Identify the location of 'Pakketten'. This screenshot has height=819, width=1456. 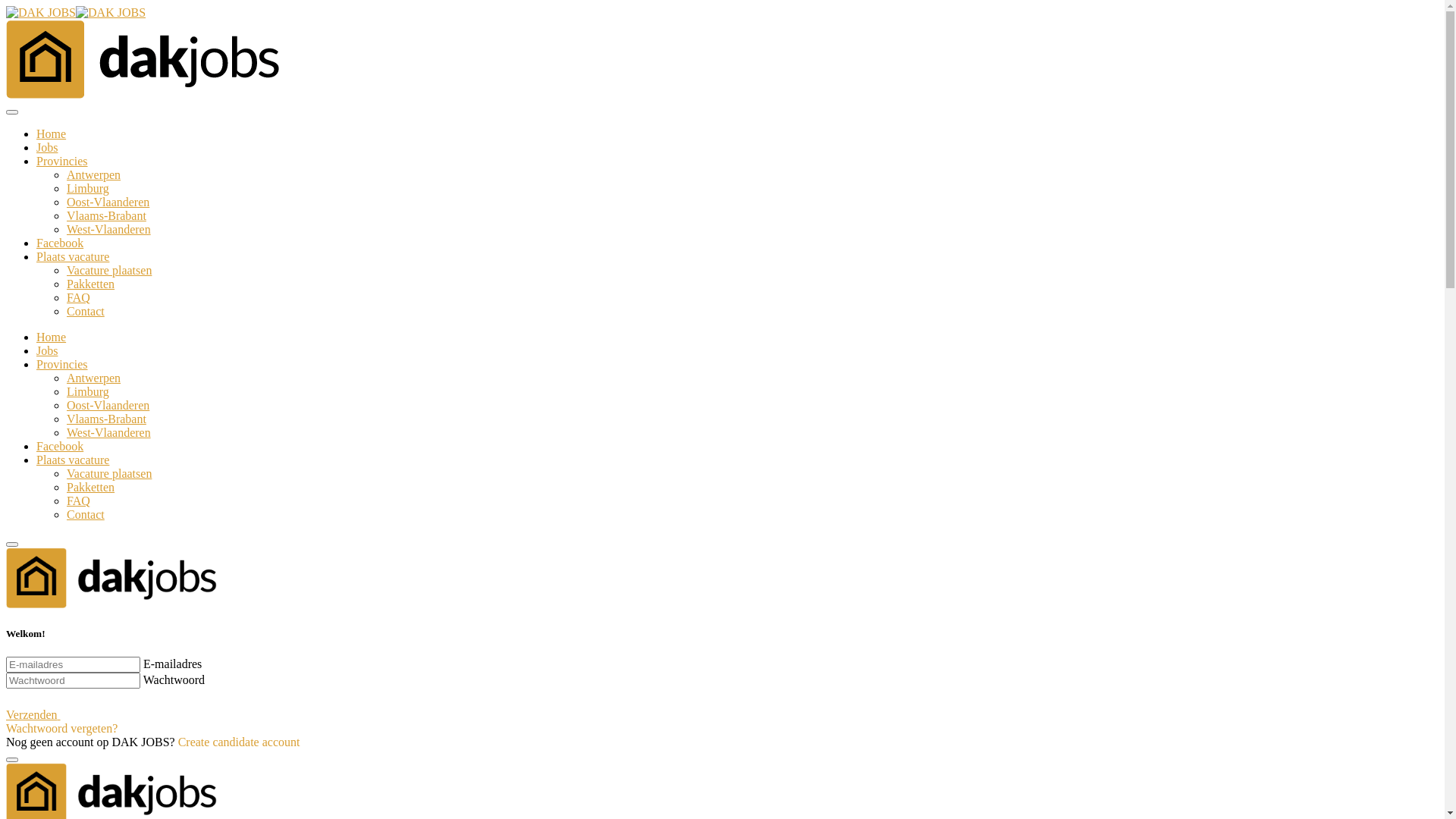
(89, 284).